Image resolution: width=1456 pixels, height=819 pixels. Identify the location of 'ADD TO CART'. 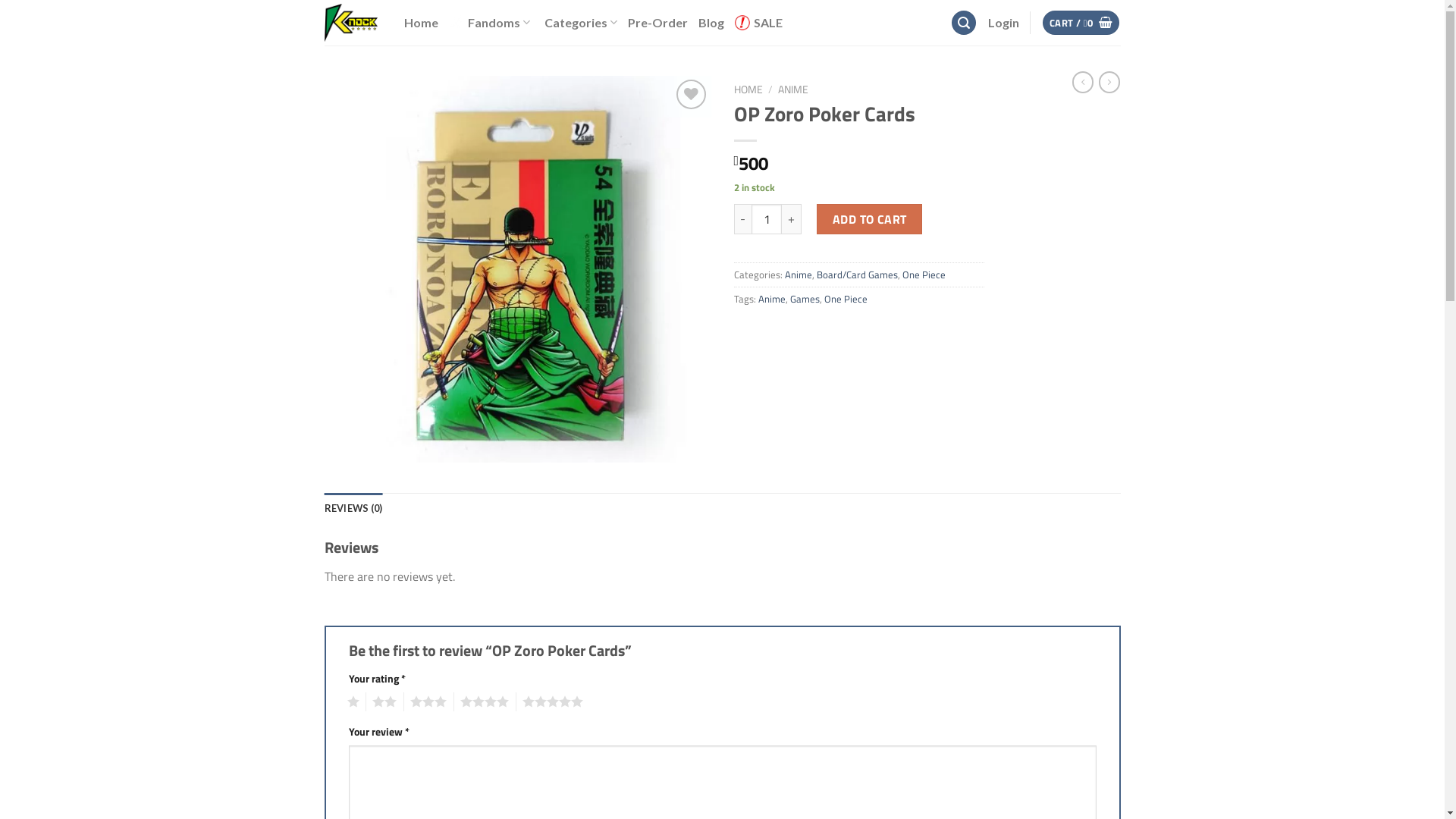
(869, 219).